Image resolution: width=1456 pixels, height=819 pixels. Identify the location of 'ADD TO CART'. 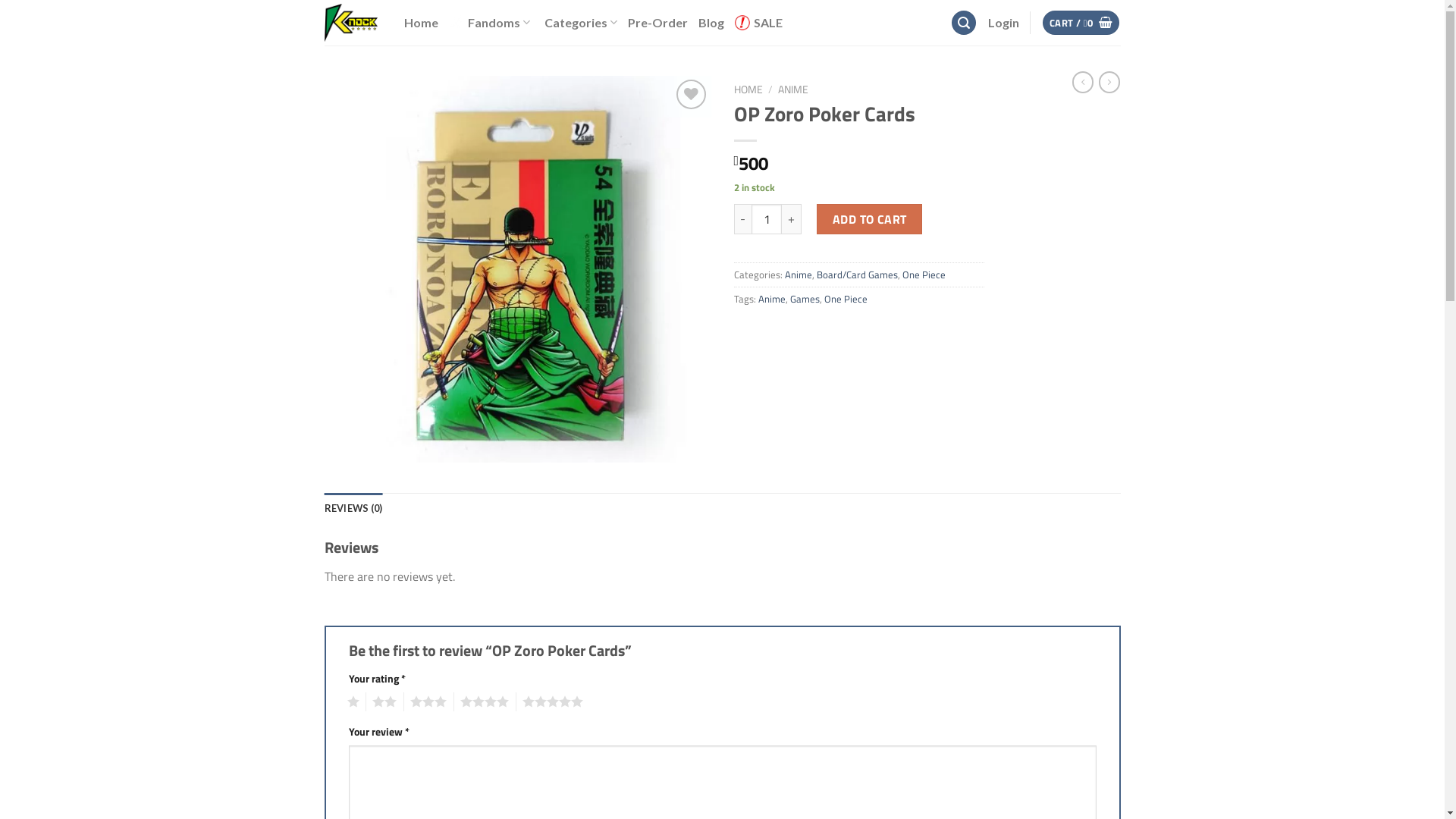
(869, 219).